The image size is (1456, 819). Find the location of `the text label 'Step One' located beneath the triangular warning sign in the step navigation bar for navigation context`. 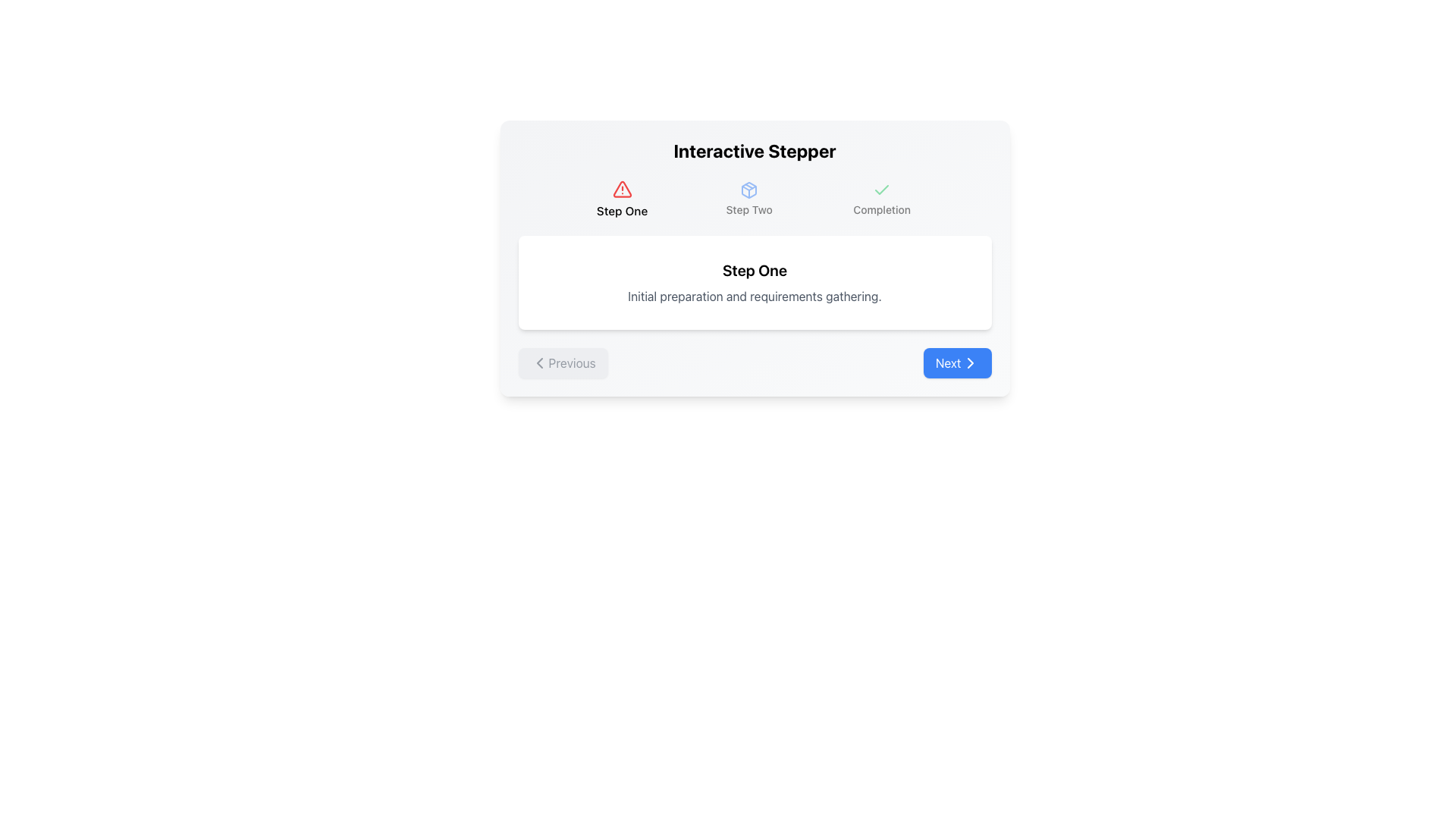

the text label 'Step One' located beneath the triangular warning sign in the step navigation bar for navigation context is located at coordinates (622, 211).